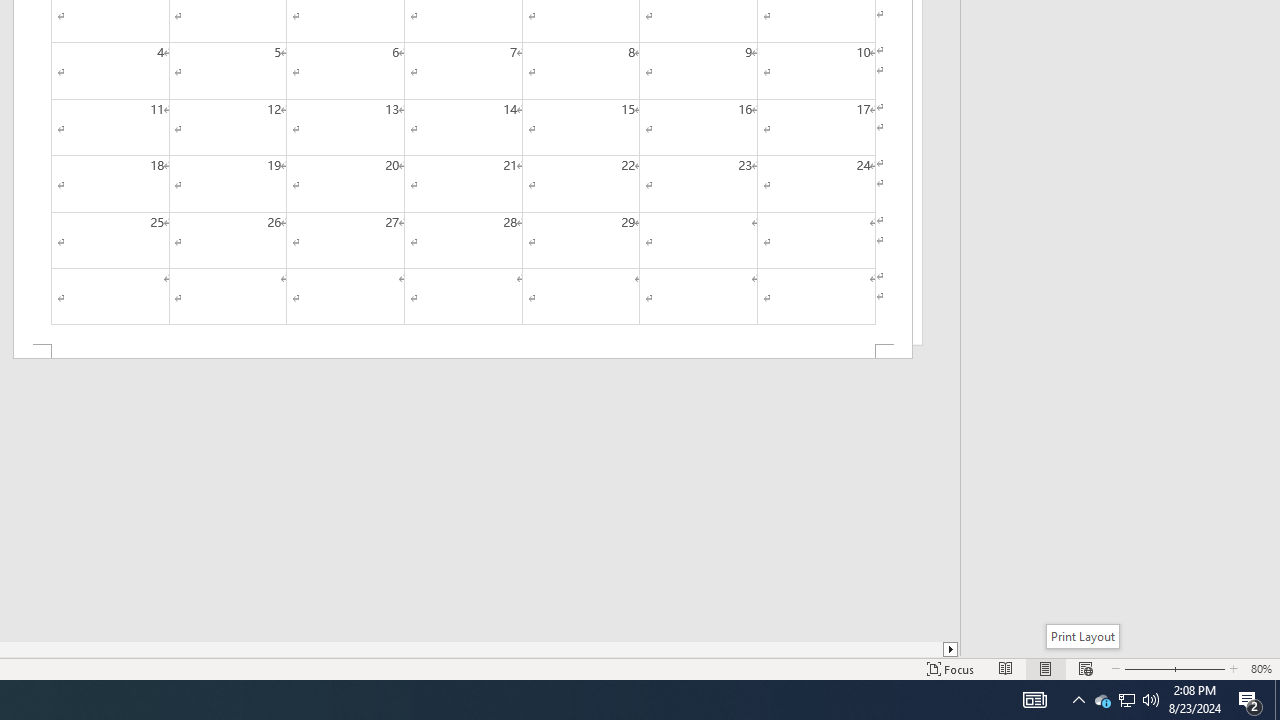 This screenshot has width=1280, height=720. I want to click on 'Web Layout', so click(1085, 669).